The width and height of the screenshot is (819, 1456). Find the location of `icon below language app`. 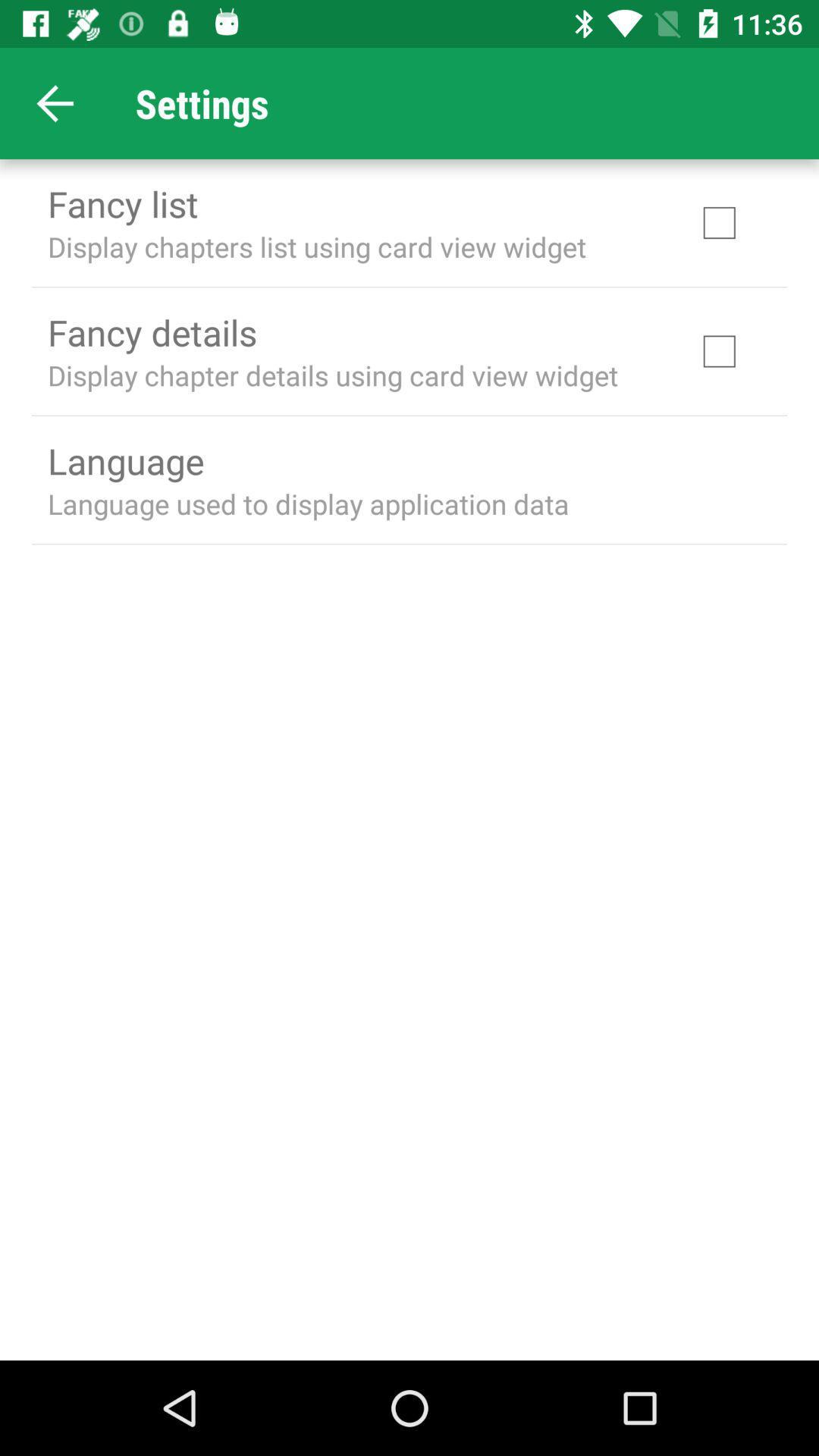

icon below language app is located at coordinates (307, 504).